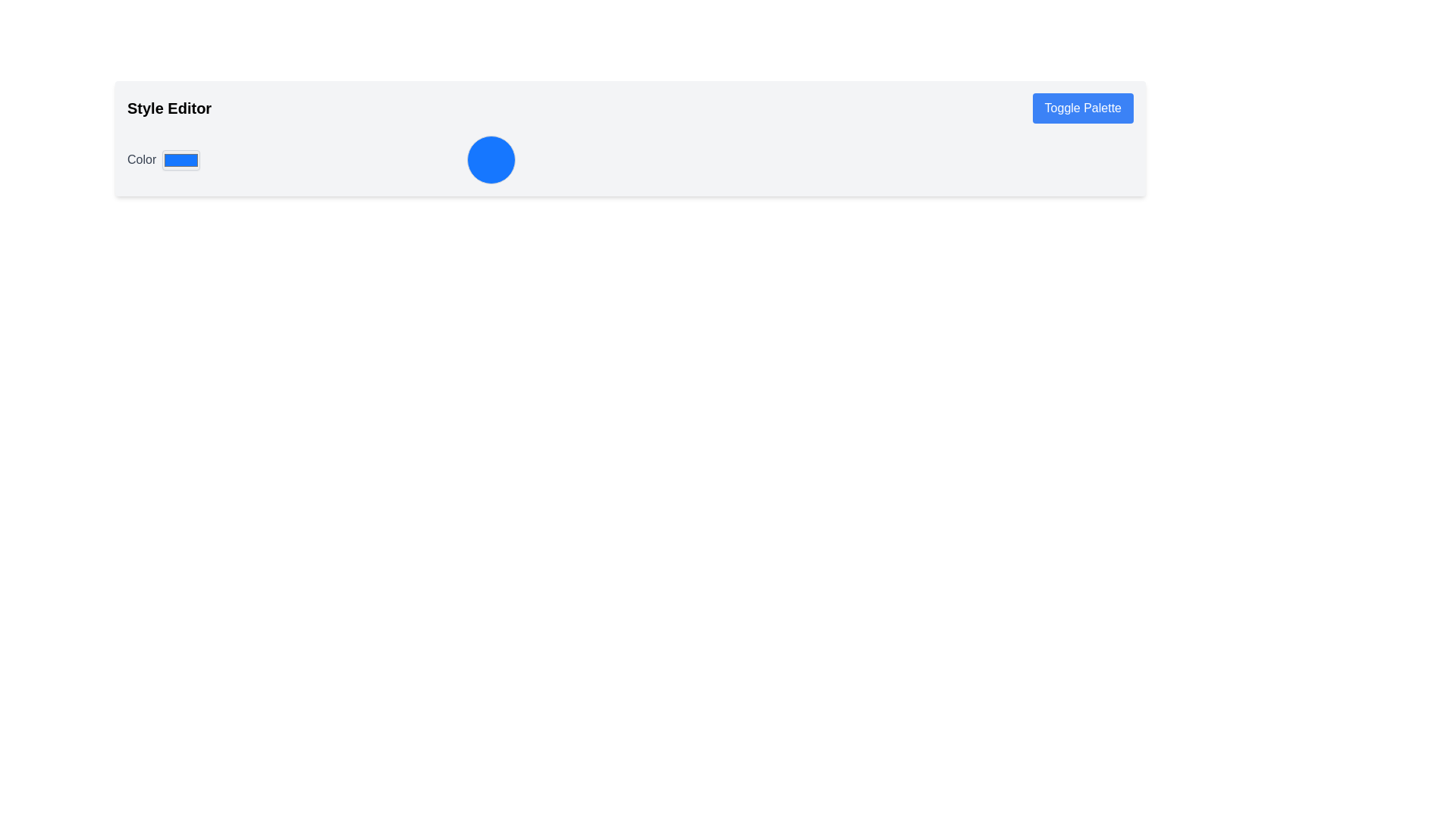 Image resolution: width=1456 pixels, height=819 pixels. What do you see at coordinates (142, 160) in the screenshot?
I see `the 'Color' text label, which is styled in gray font and located under the 'Style Editor' header, preceding a color input box` at bounding box center [142, 160].